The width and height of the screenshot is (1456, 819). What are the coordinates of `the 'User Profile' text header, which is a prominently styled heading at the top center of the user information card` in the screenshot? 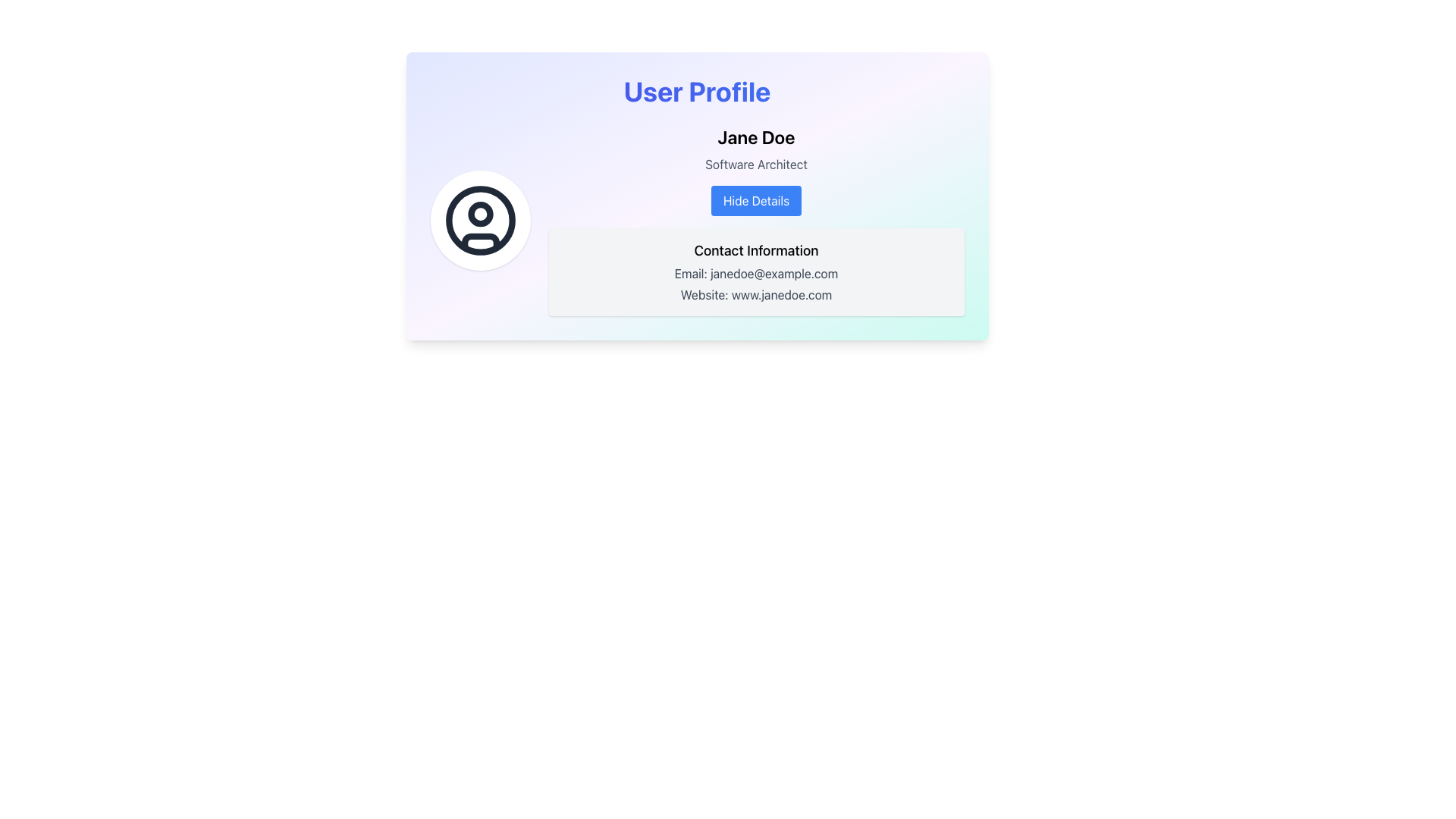 It's located at (696, 91).